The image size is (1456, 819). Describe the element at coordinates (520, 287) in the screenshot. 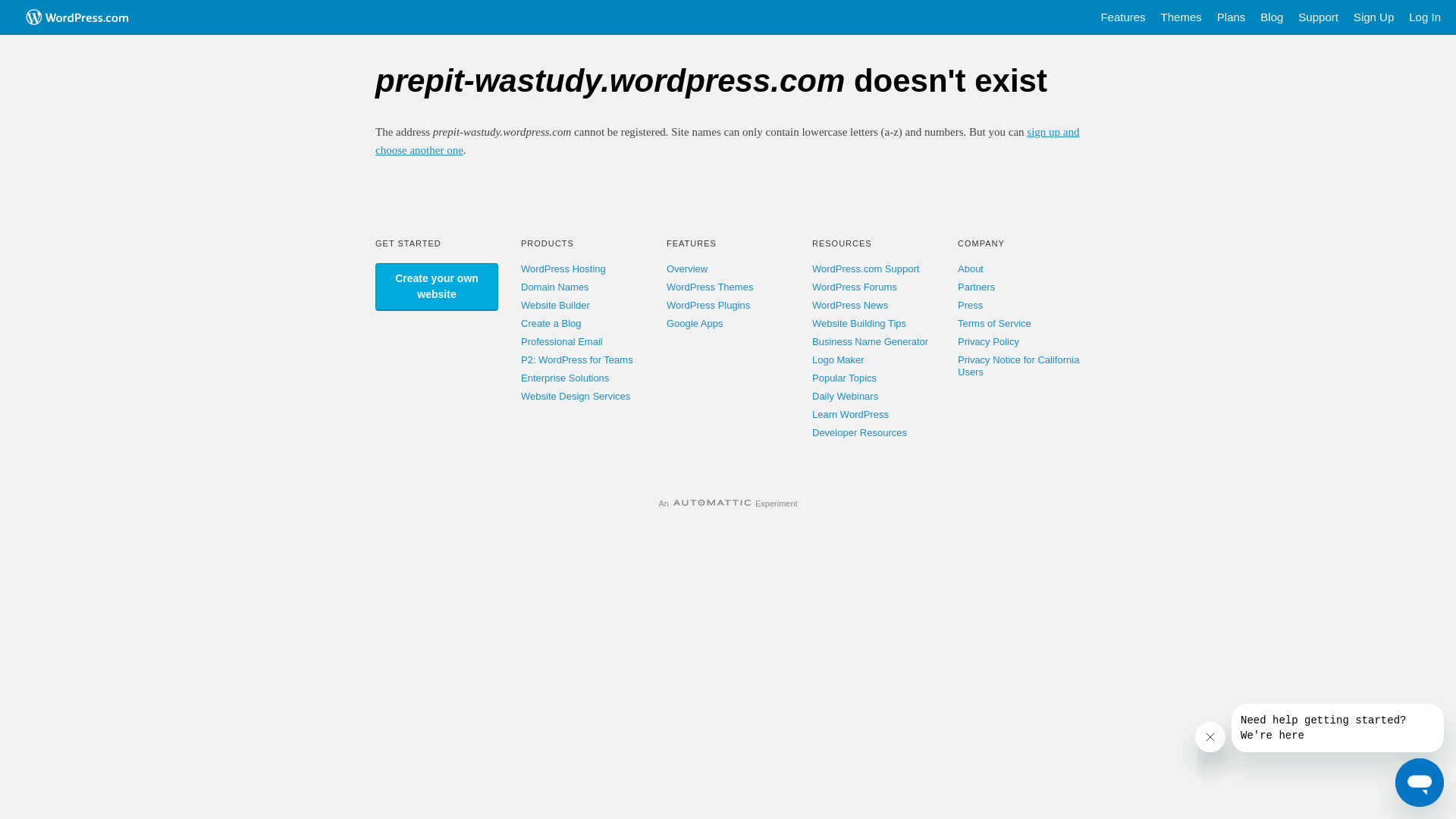

I see `'Domain Names'` at that location.